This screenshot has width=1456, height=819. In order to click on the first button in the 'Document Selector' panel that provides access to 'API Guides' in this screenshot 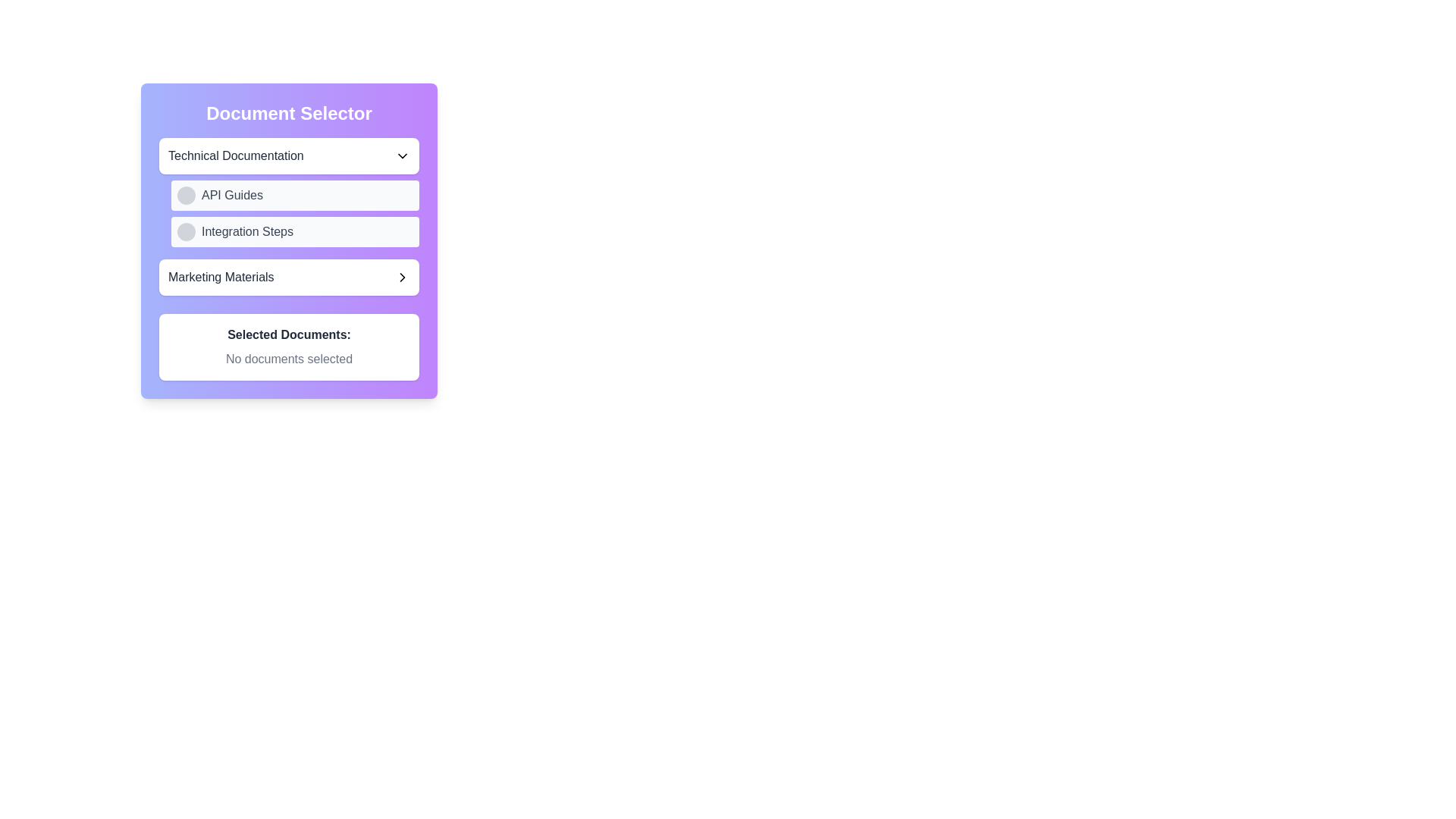, I will do `click(295, 195)`.